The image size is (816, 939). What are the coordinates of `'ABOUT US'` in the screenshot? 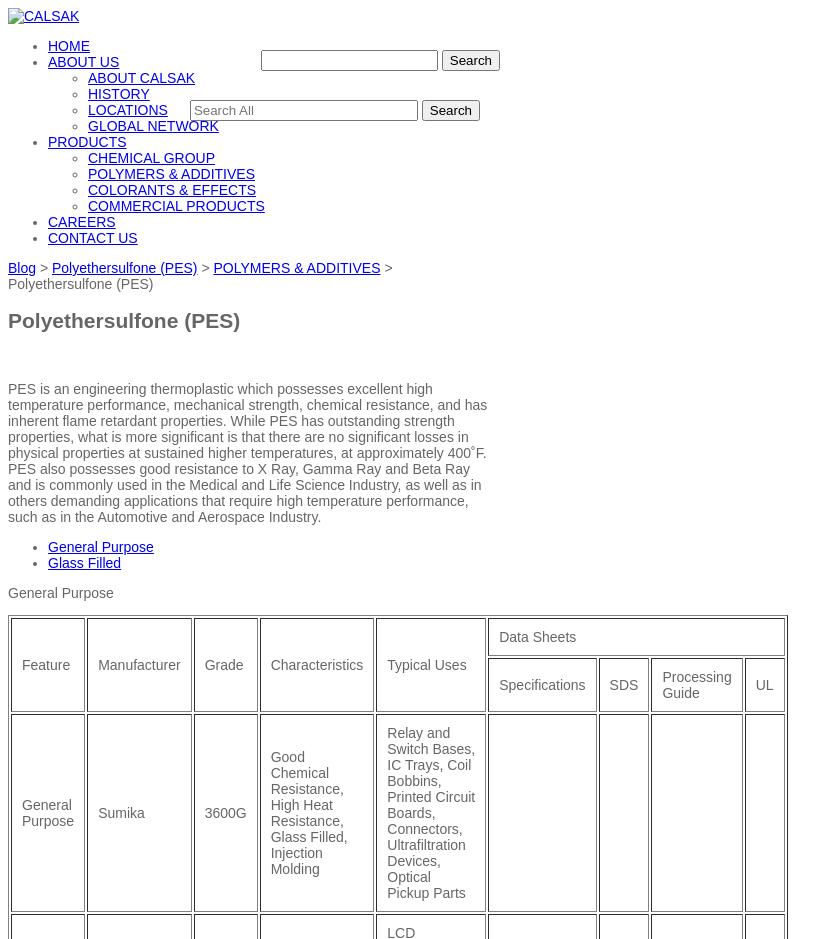 It's located at (82, 60).